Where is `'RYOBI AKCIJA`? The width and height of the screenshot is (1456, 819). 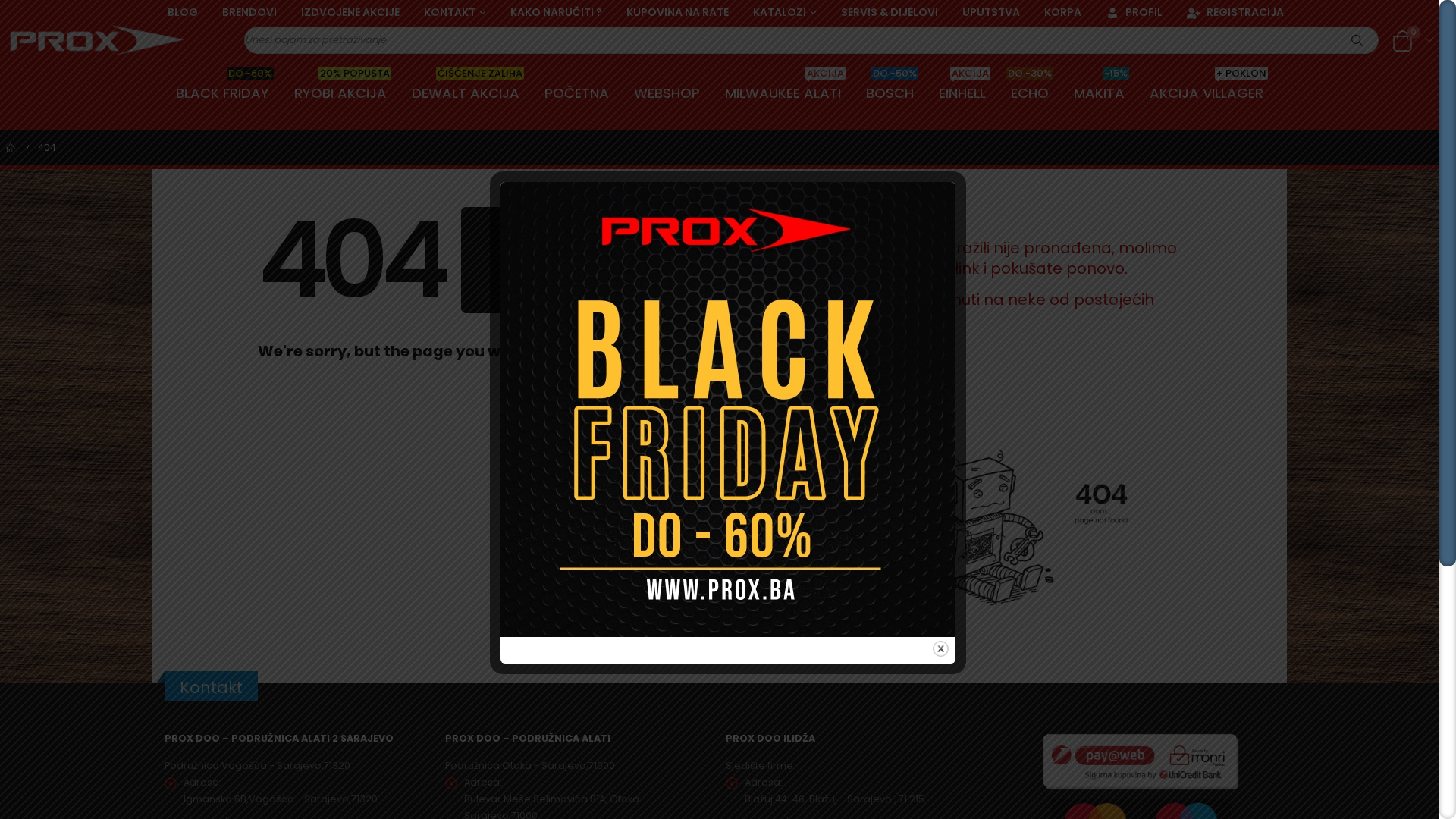 'RYOBI AKCIJA is located at coordinates (340, 93).